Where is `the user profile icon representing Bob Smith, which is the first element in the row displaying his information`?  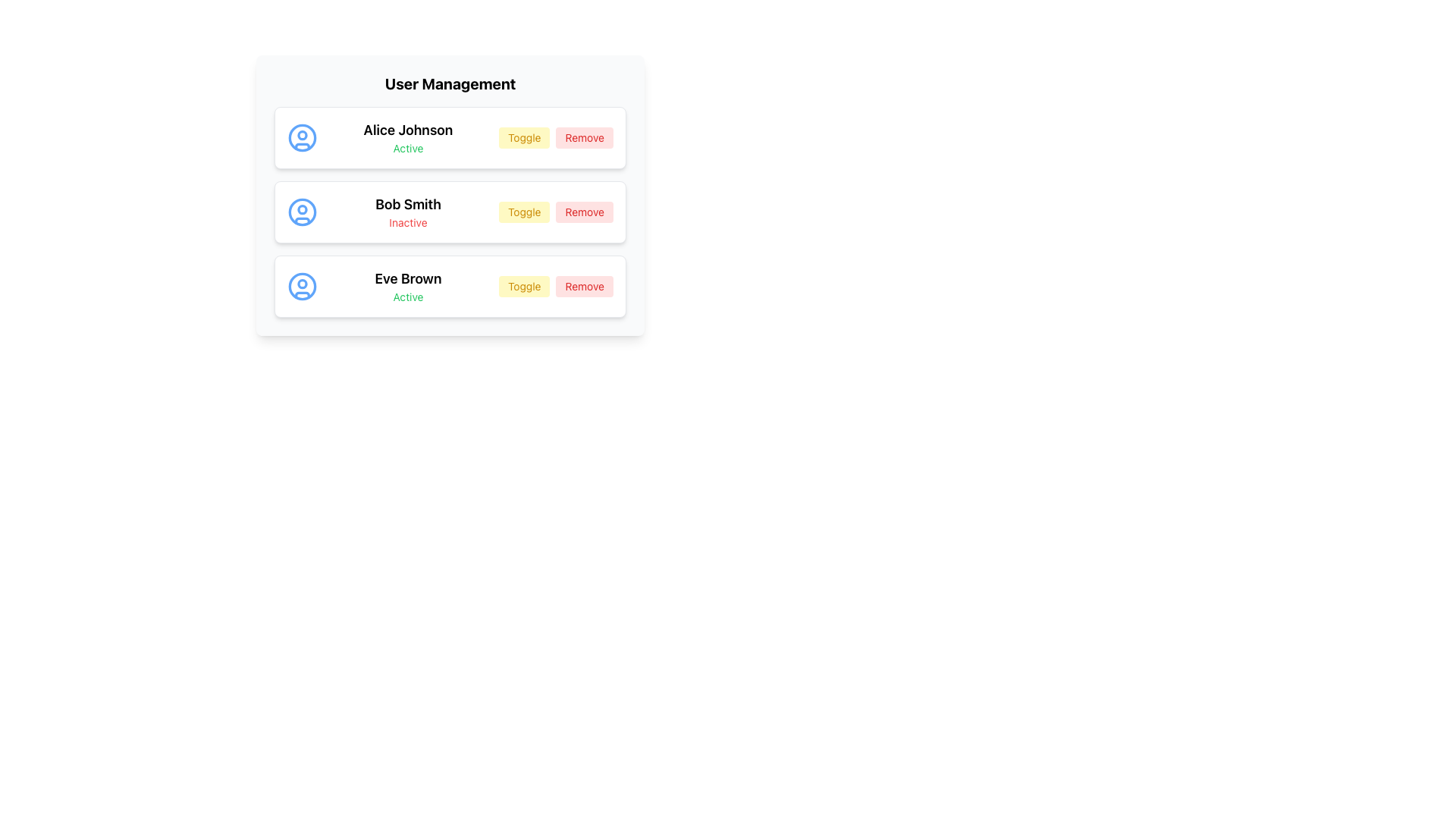
the user profile icon representing Bob Smith, which is the first element in the row displaying his information is located at coordinates (302, 212).